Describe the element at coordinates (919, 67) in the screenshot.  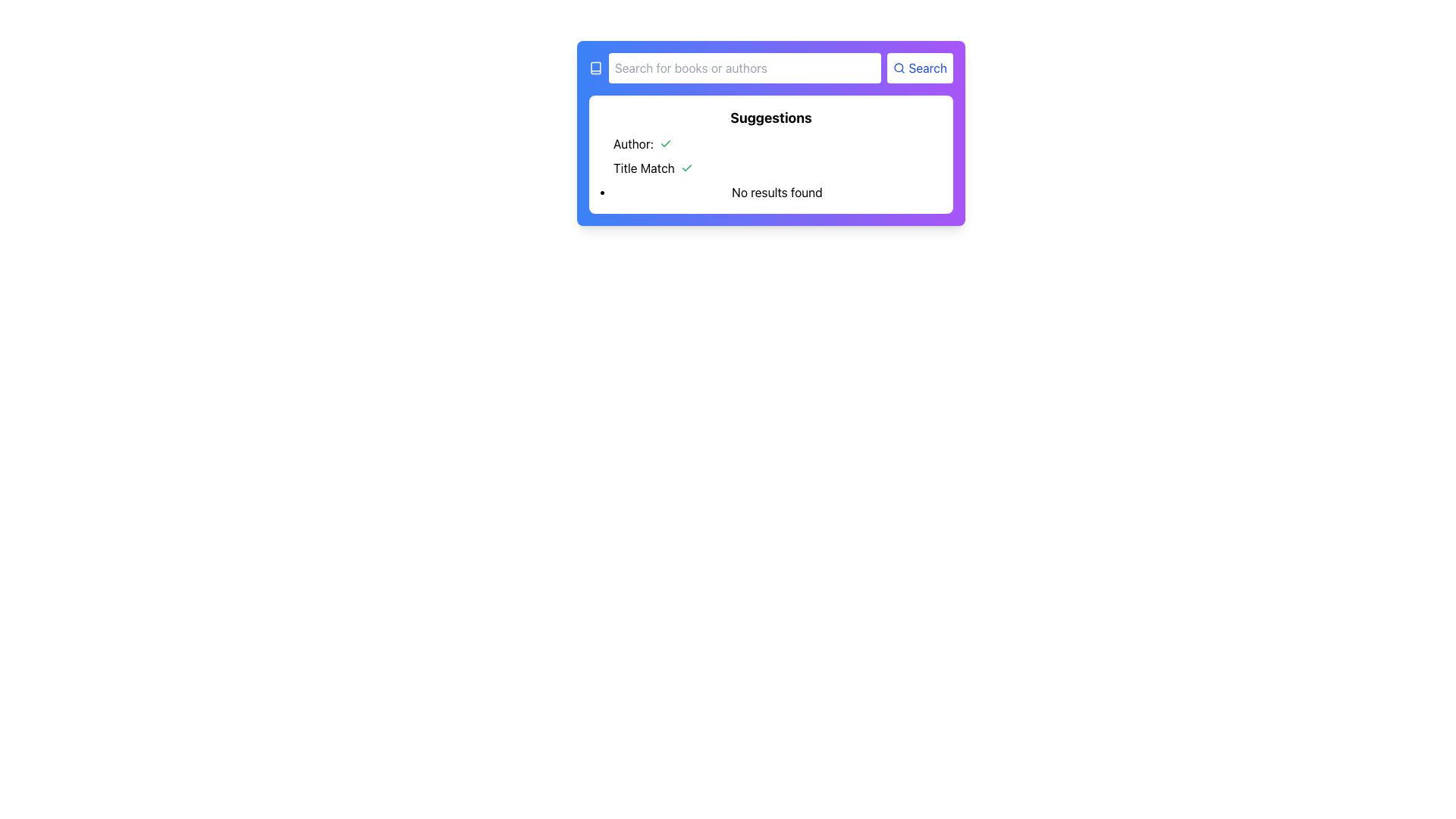
I see `the search button located immediately to the right of the text input field to receive visual feedback` at that location.